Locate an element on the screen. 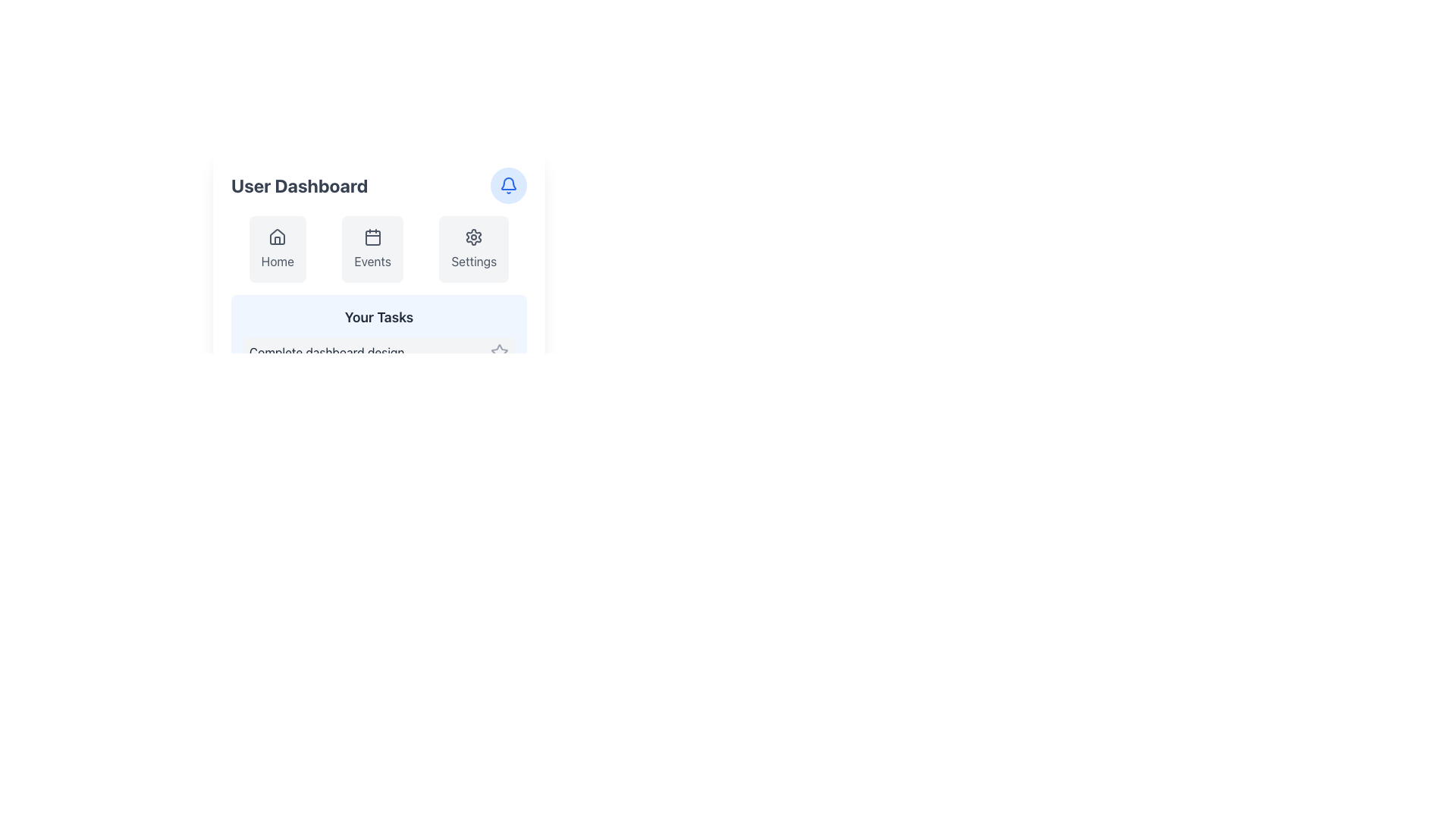  the gear icon button in the navigation menu is located at coordinates (473, 237).